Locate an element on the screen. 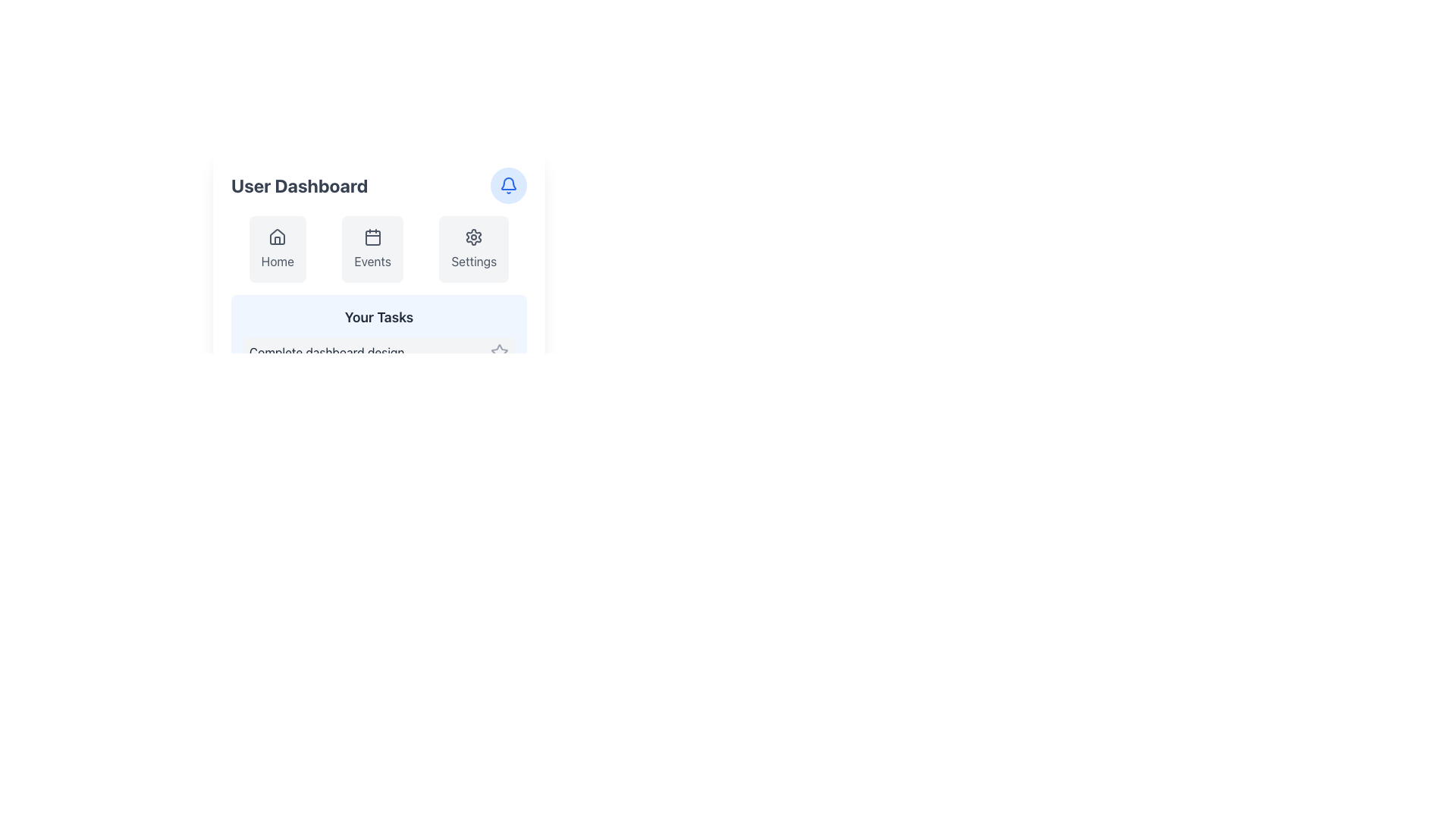  the gear icon button in the navigation menu is located at coordinates (473, 237).